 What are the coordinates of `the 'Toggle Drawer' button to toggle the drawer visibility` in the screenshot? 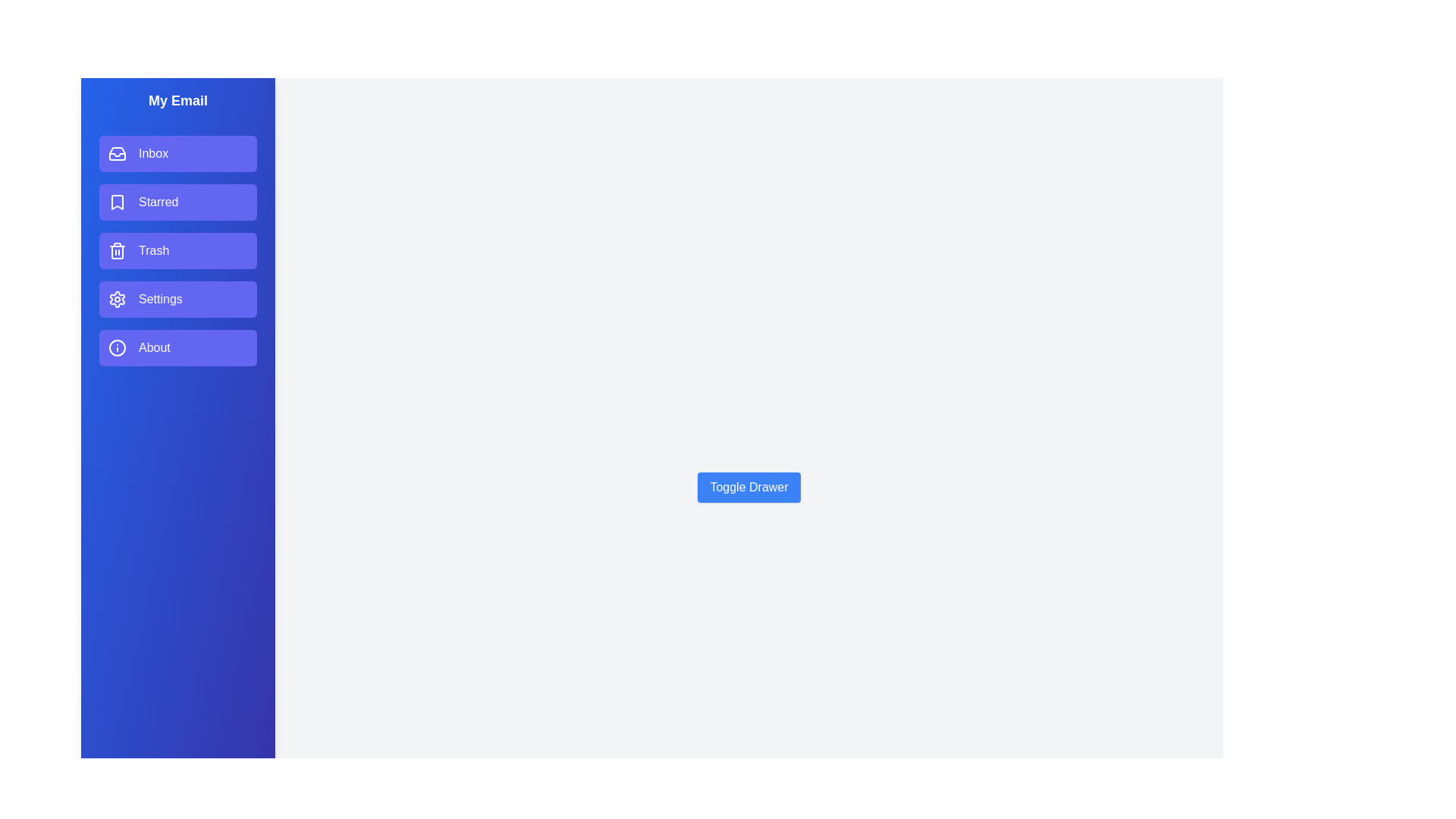 It's located at (749, 488).